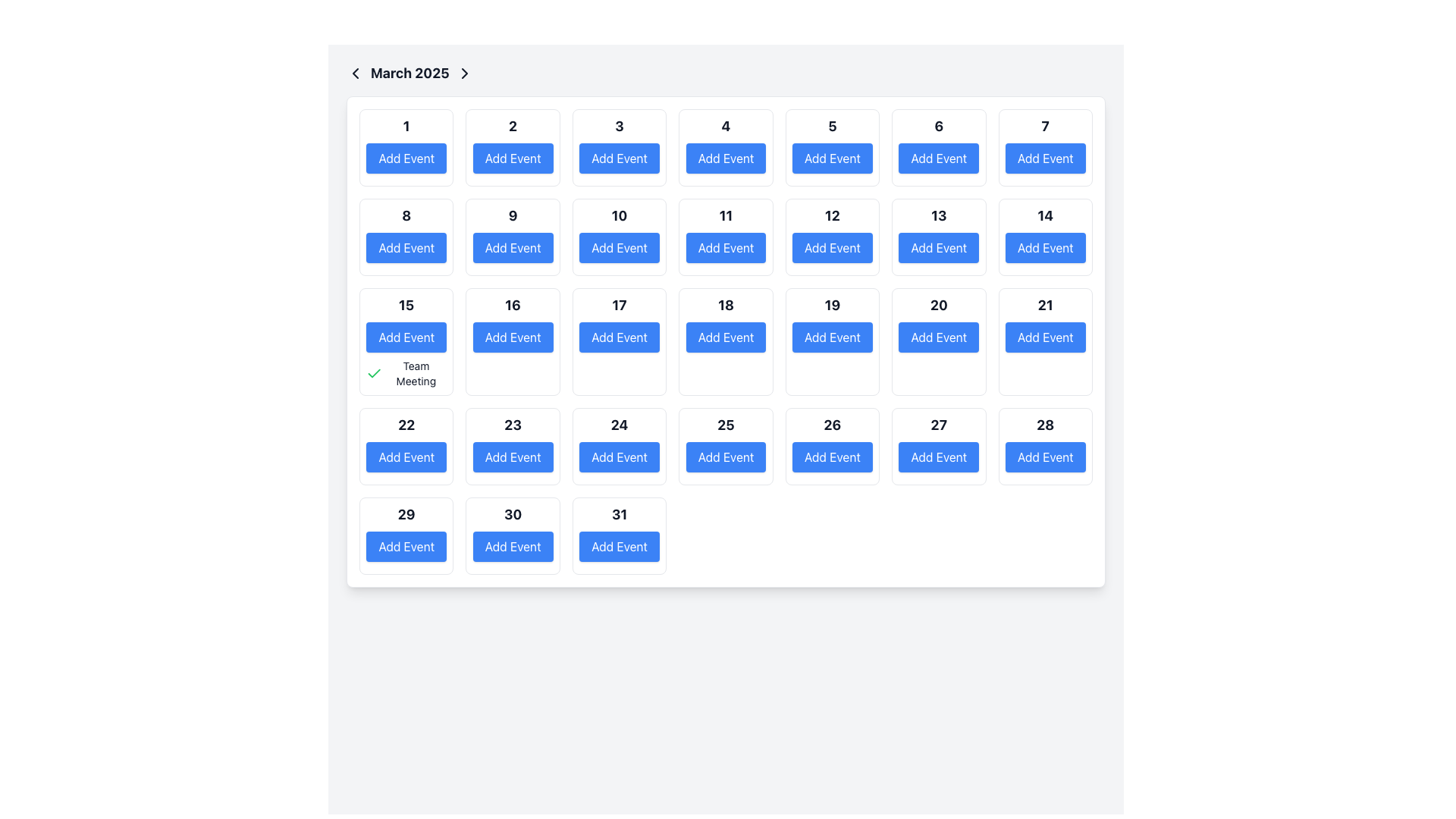 The height and width of the screenshot is (819, 1456). Describe the element at coordinates (725, 216) in the screenshot. I see `the bold text '11' in a black font within the calendar view, located in the second row and fifth column of the grid` at that location.